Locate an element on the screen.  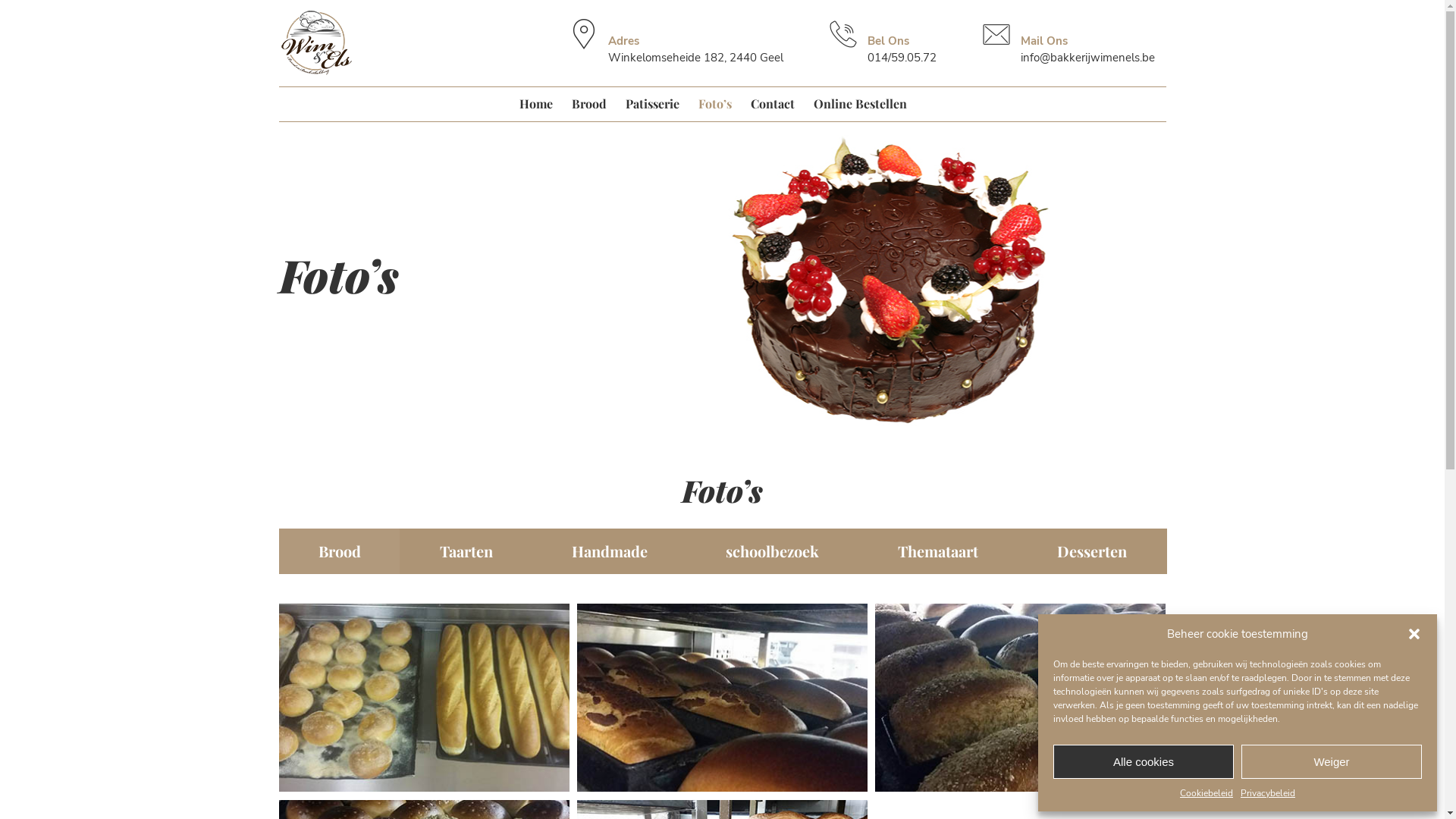
'Desserten' is located at coordinates (1018, 550).